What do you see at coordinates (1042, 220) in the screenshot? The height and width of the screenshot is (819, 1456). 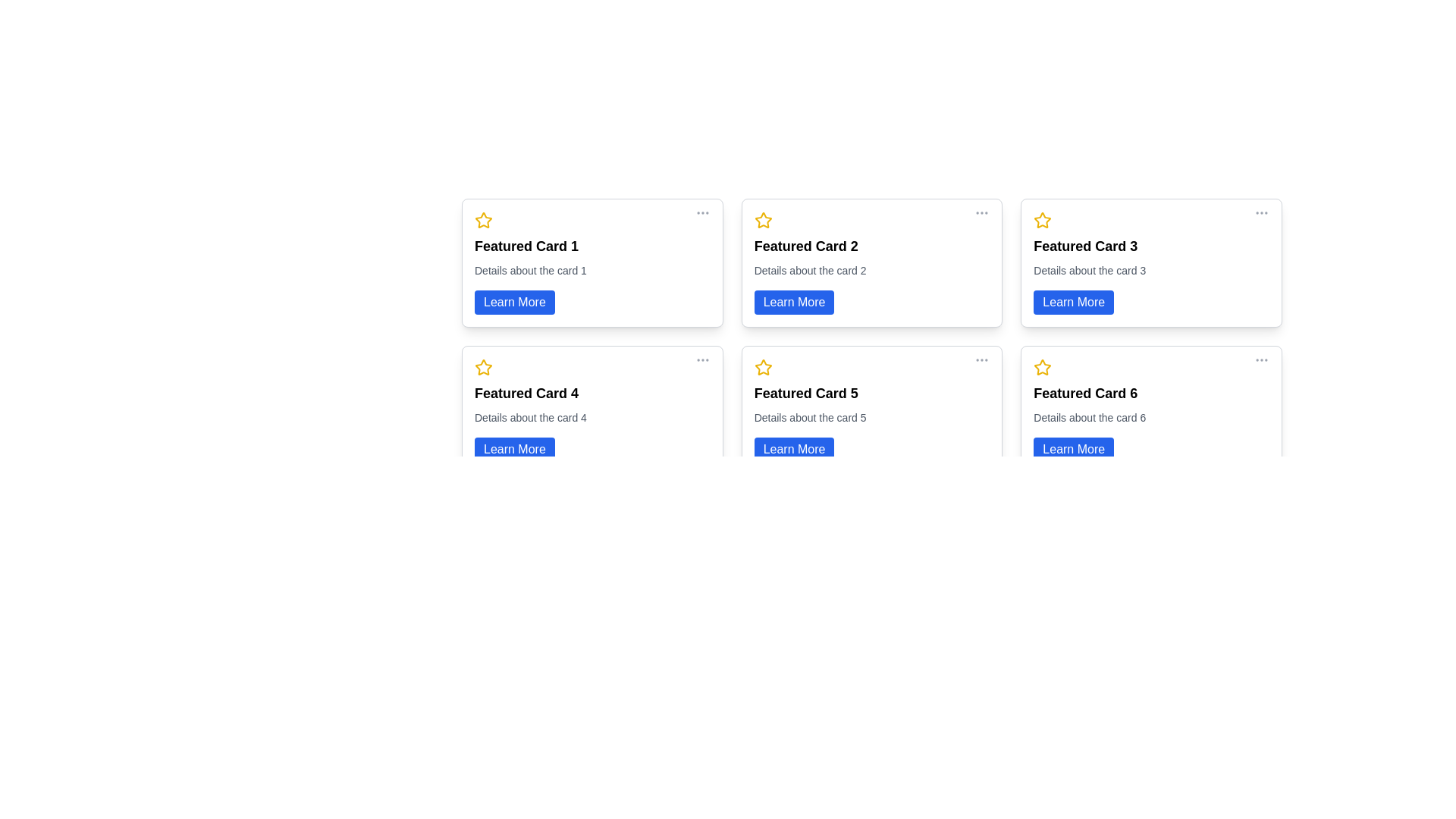 I see `the yellow star icon located to the left of the title 'Featured Card 3' in the second card of the top row of the cards' grid layout` at bounding box center [1042, 220].